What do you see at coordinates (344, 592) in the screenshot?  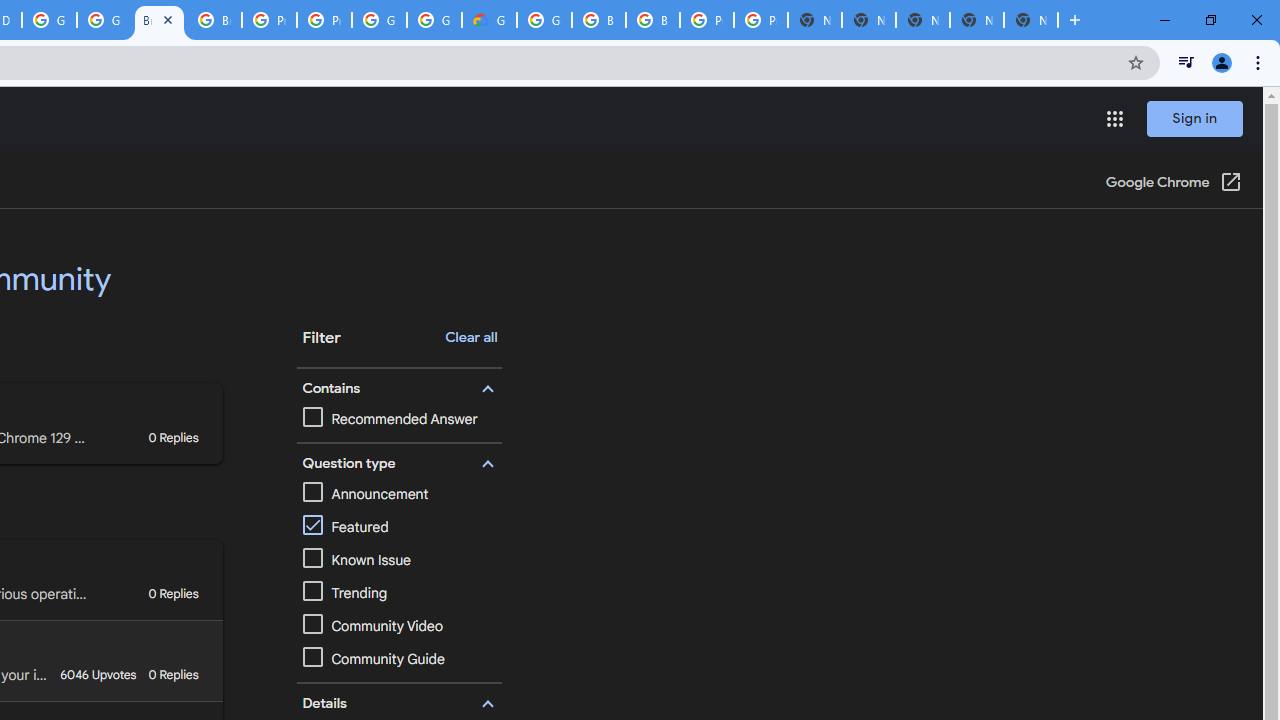 I see `'Trending'` at bounding box center [344, 592].